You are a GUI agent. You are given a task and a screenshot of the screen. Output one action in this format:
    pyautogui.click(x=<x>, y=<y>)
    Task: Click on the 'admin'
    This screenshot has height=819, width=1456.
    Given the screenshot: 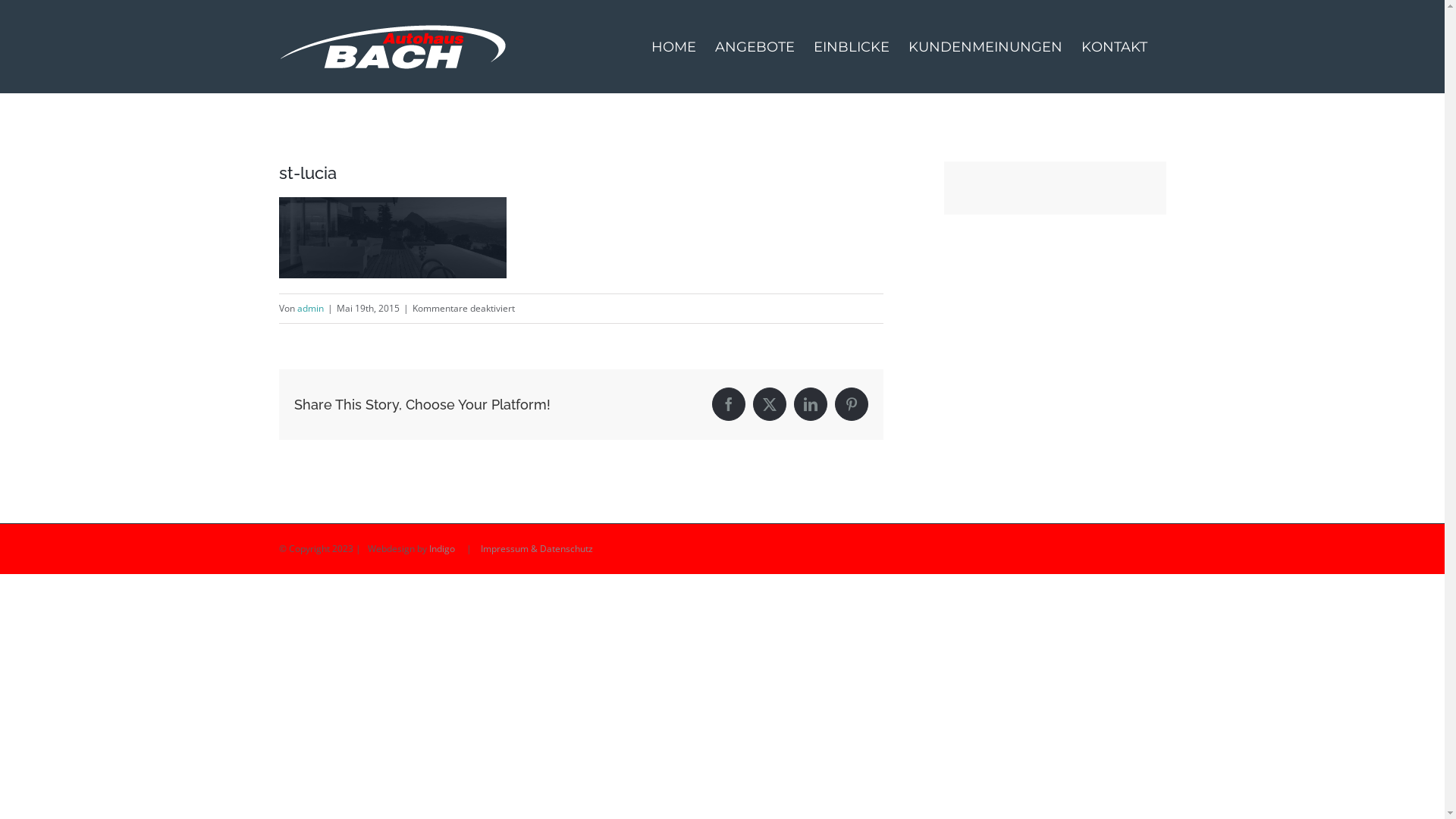 What is the action you would take?
    pyautogui.click(x=309, y=307)
    